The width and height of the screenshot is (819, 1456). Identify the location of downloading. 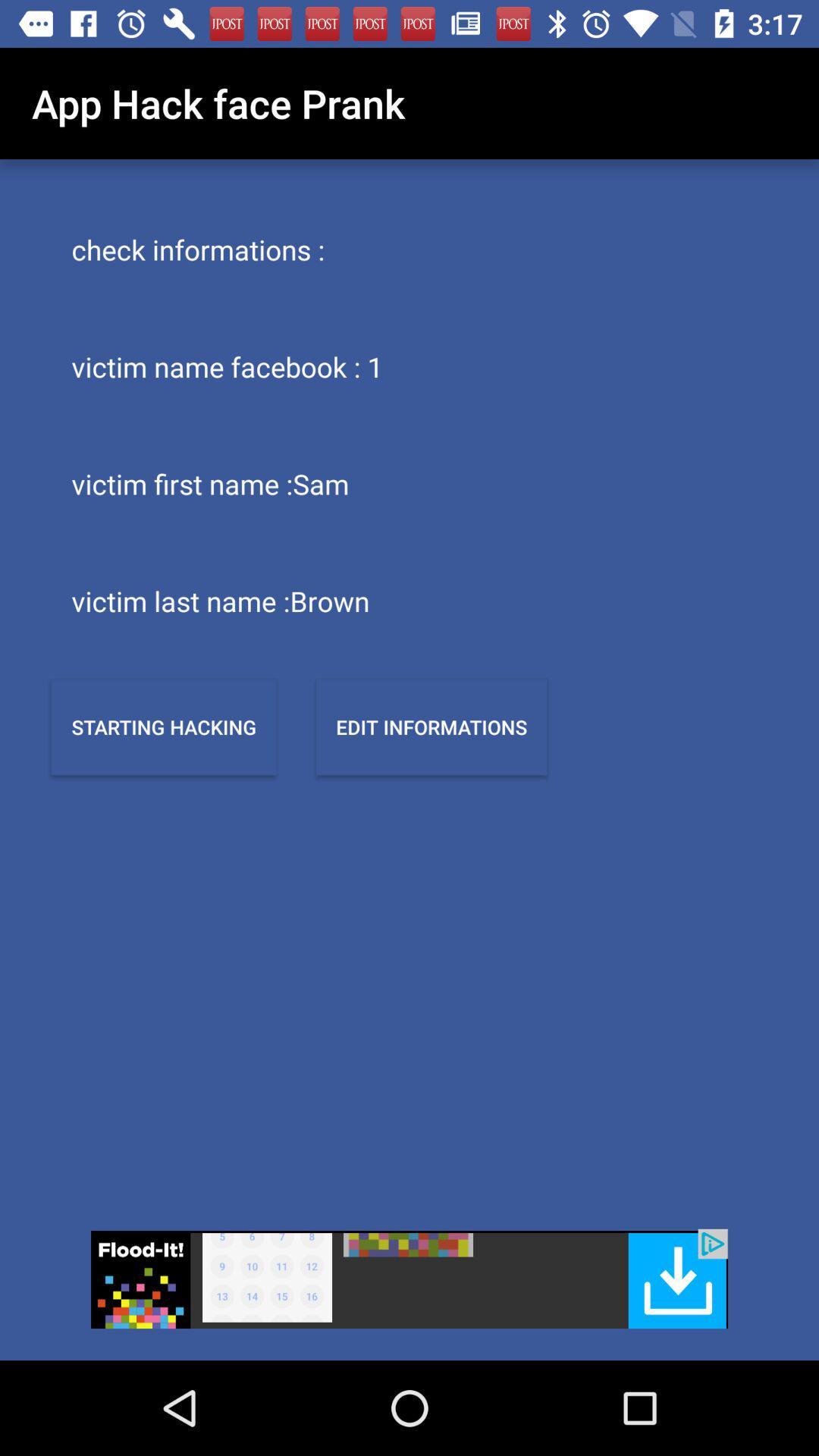
(409, 1278).